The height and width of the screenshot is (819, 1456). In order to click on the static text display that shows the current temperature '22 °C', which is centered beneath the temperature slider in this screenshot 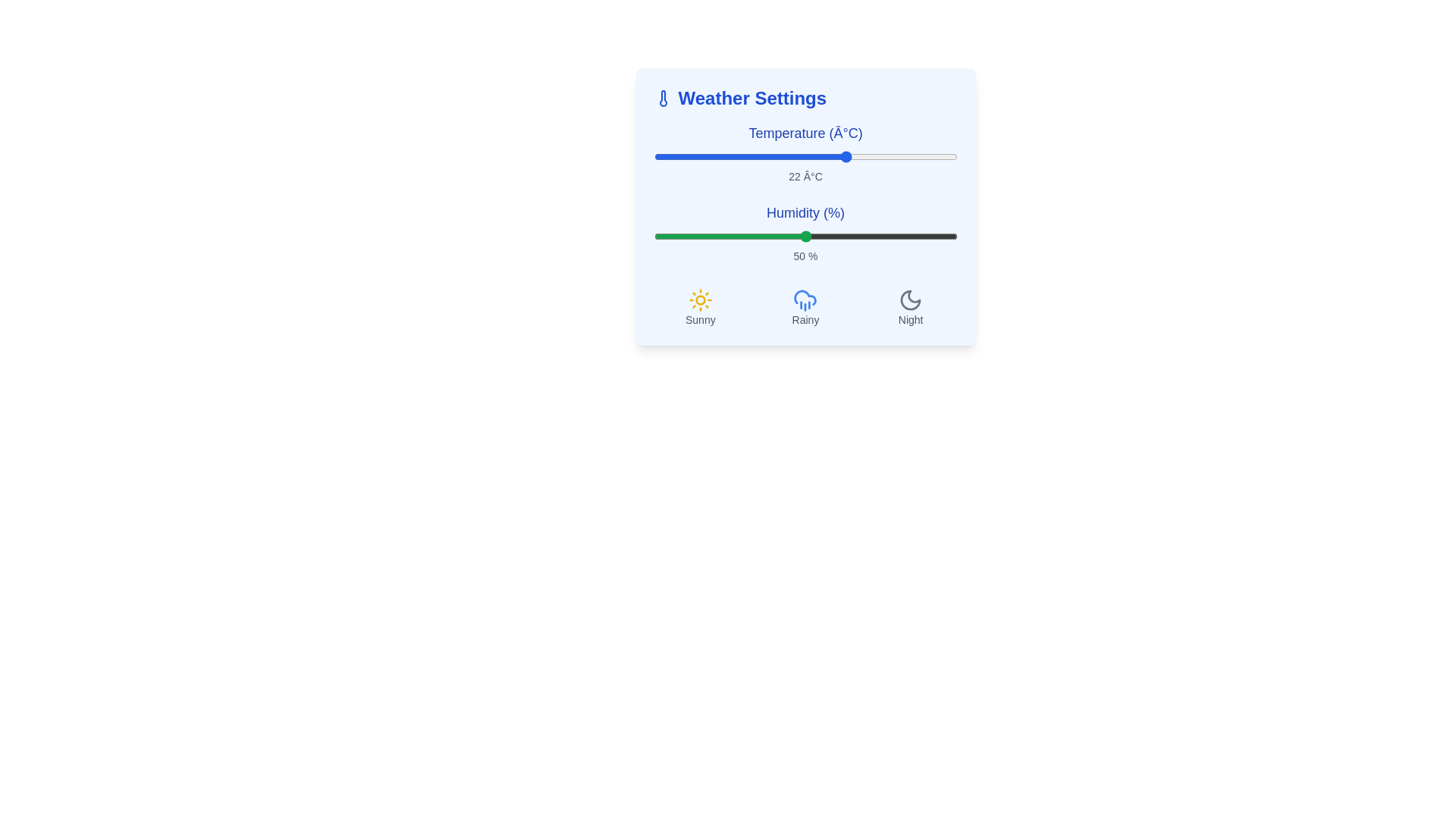, I will do `click(805, 175)`.